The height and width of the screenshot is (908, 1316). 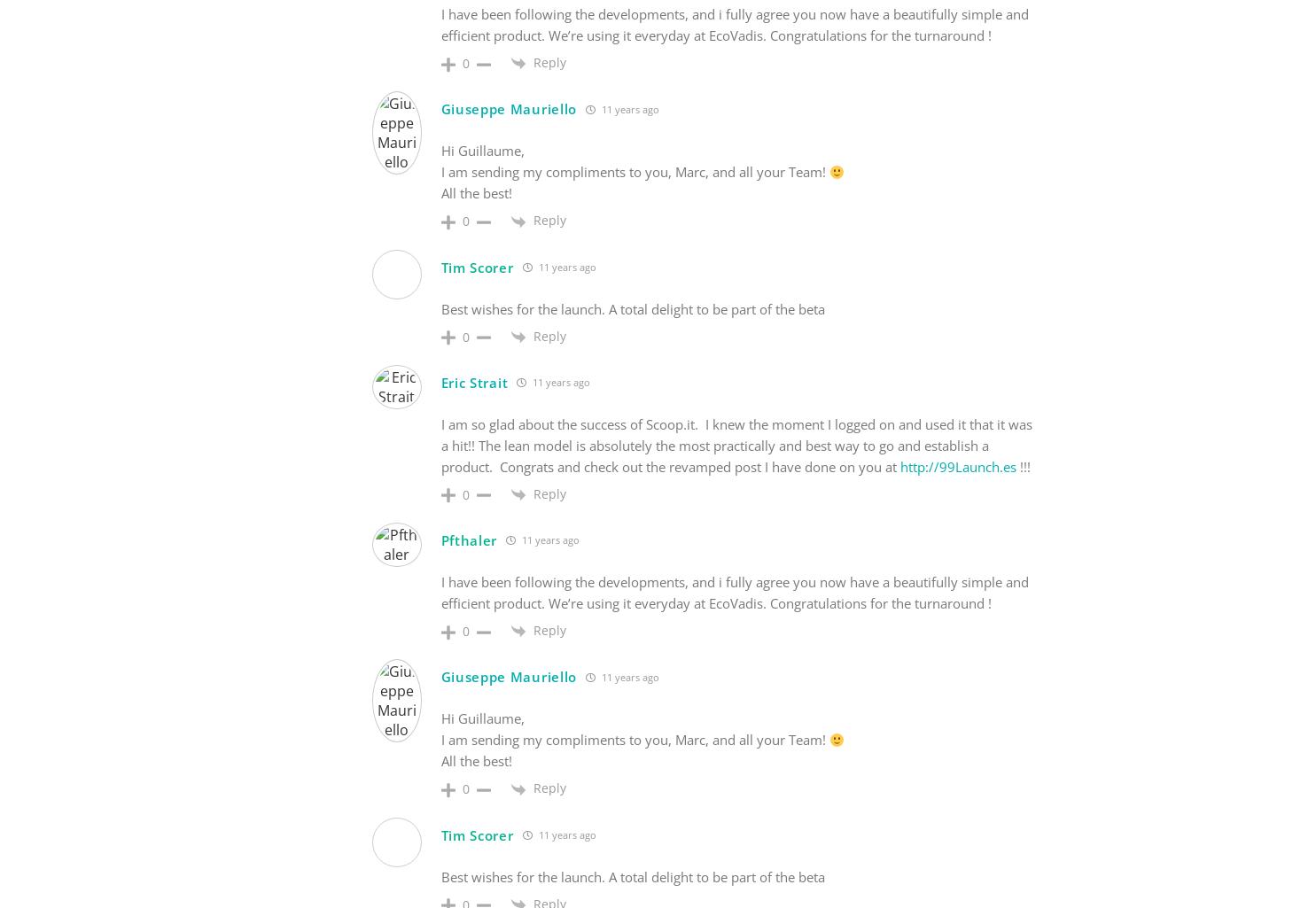 What do you see at coordinates (1022, 465) in the screenshot?
I see `'!!!'` at bounding box center [1022, 465].